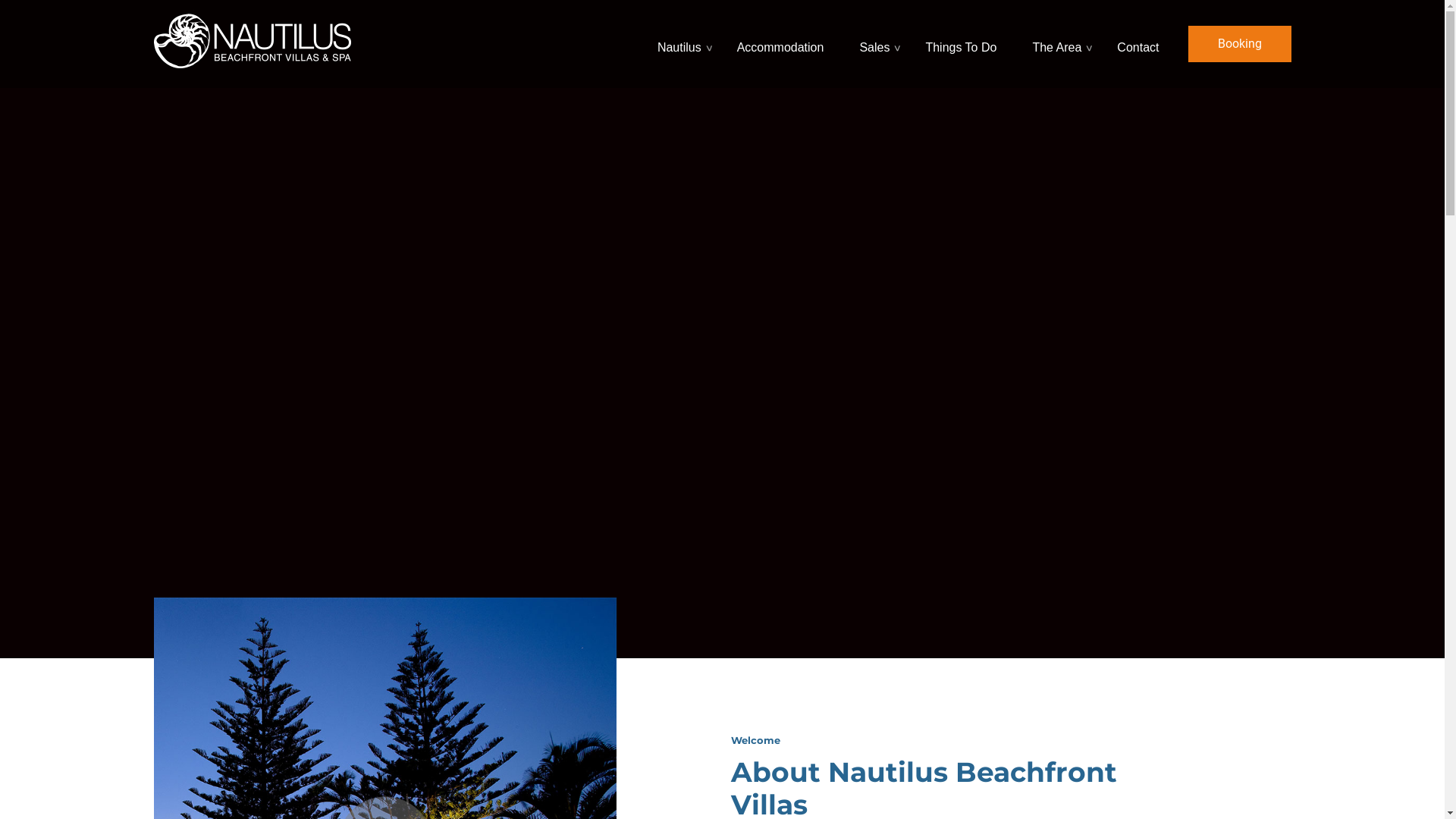  I want to click on 'Accommodation', so click(783, 42).